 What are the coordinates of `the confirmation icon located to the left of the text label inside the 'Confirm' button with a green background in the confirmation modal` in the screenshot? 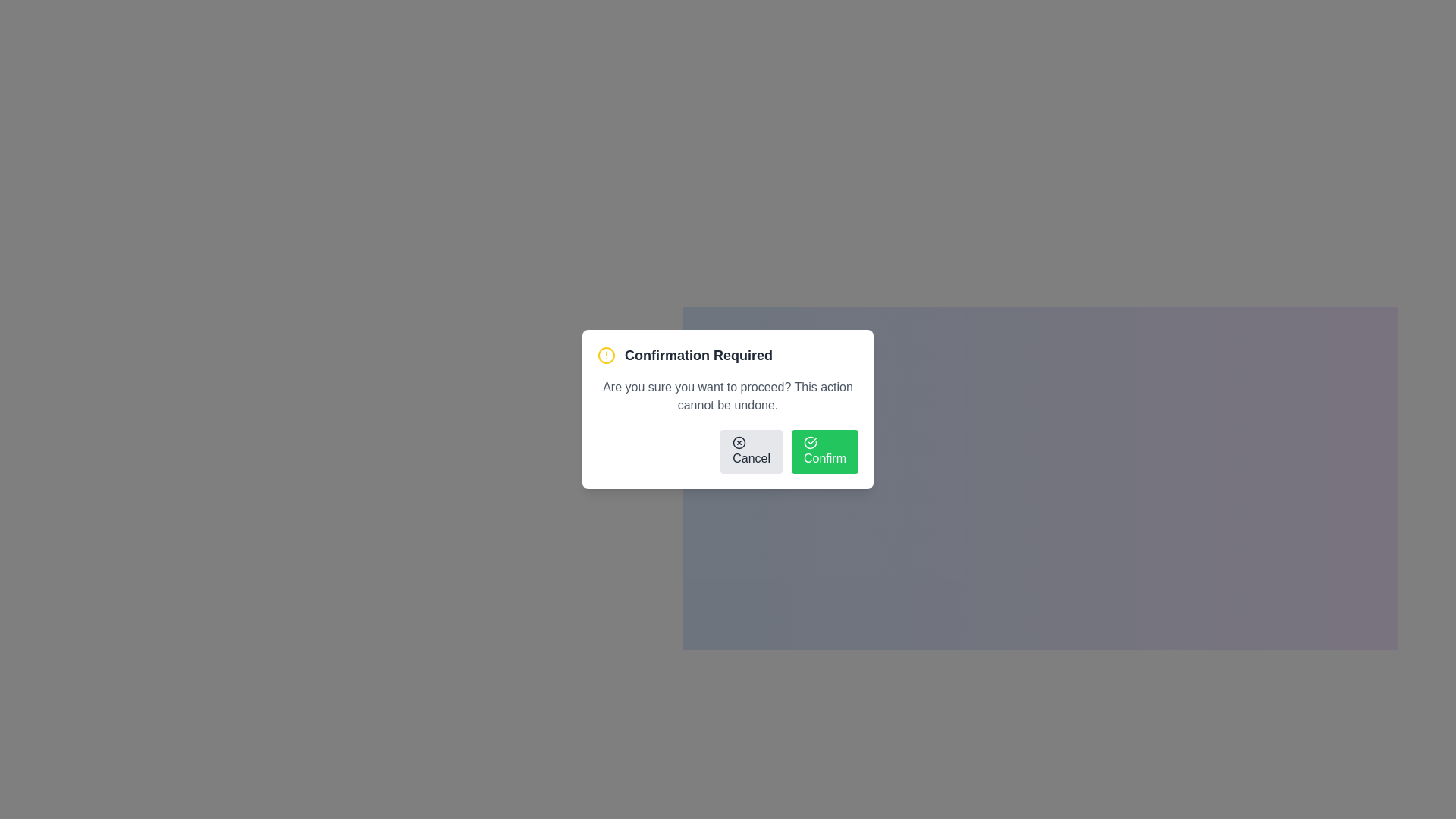 It's located at (810, 442).